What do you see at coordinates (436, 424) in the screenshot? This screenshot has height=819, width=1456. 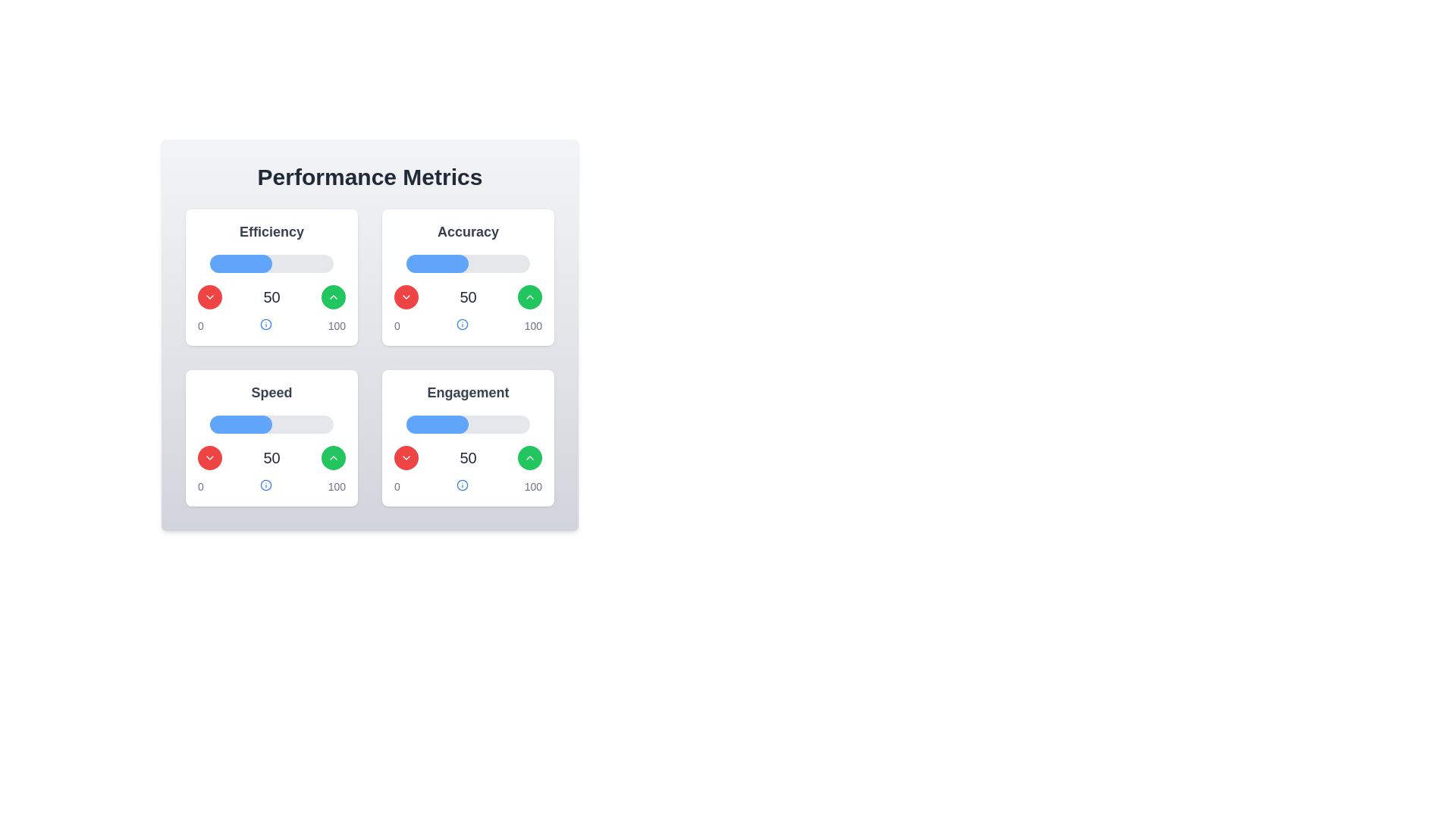 I see `the progress bar representing 50% engagement level within the 'Engagement' metric card in the bottom-right corner of the Performance Metrics panel` at bounding box center [436, 424].